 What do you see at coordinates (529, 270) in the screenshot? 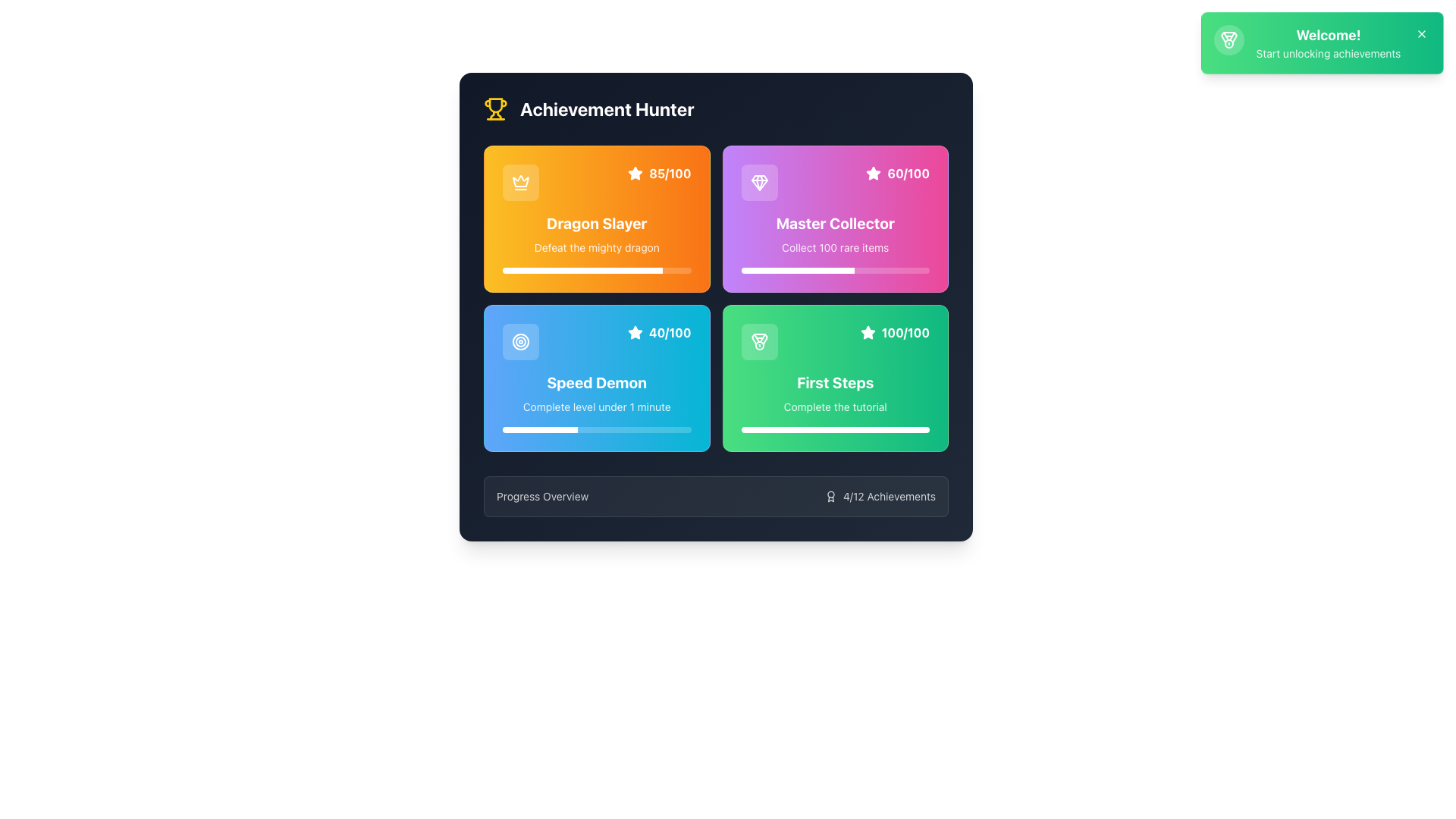
I see `the progress of the 'Dragon Slayer' achievement` at bounding box center [529, 270].